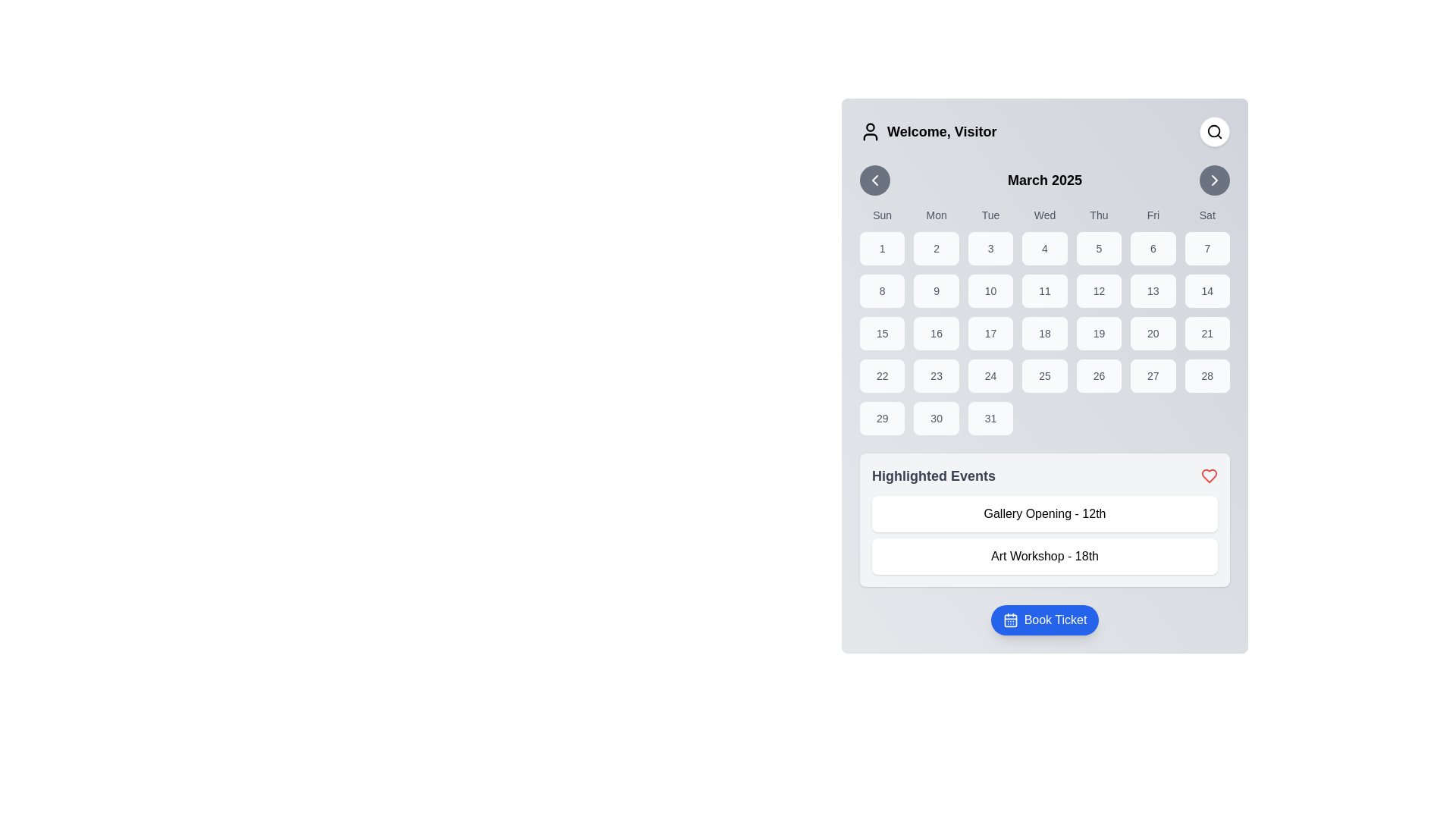 The width and height of the screenshot is (1456, 819). Describe the element at coordinates (1043, 332) in the screenshot. I see `the Calendar date box displaying the number '18'` at that location.